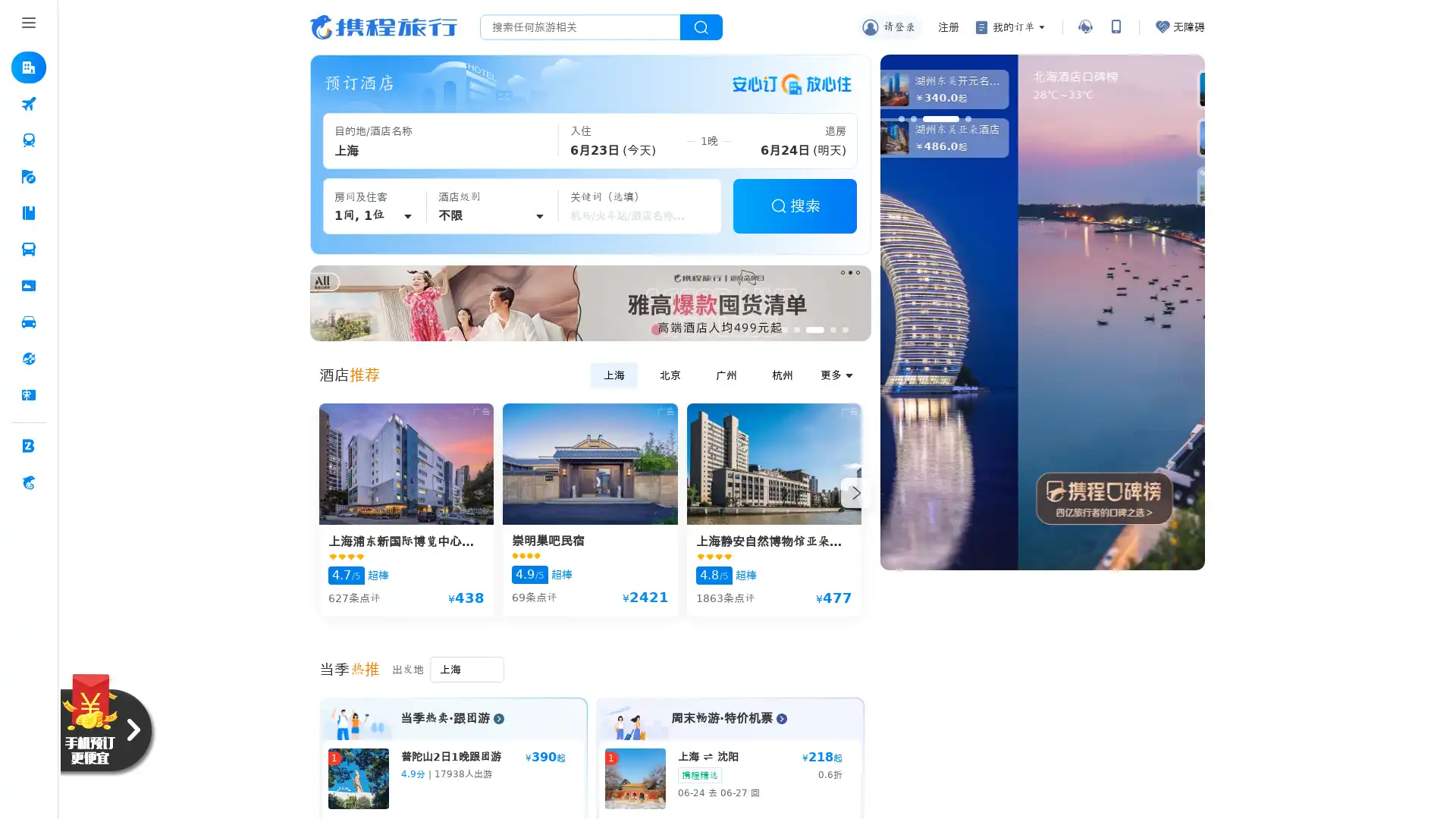 The image size is (1456, 819). Describe the element at coordinates (912, 118) in the screenshot. I see `Go to slide 2` at that location.